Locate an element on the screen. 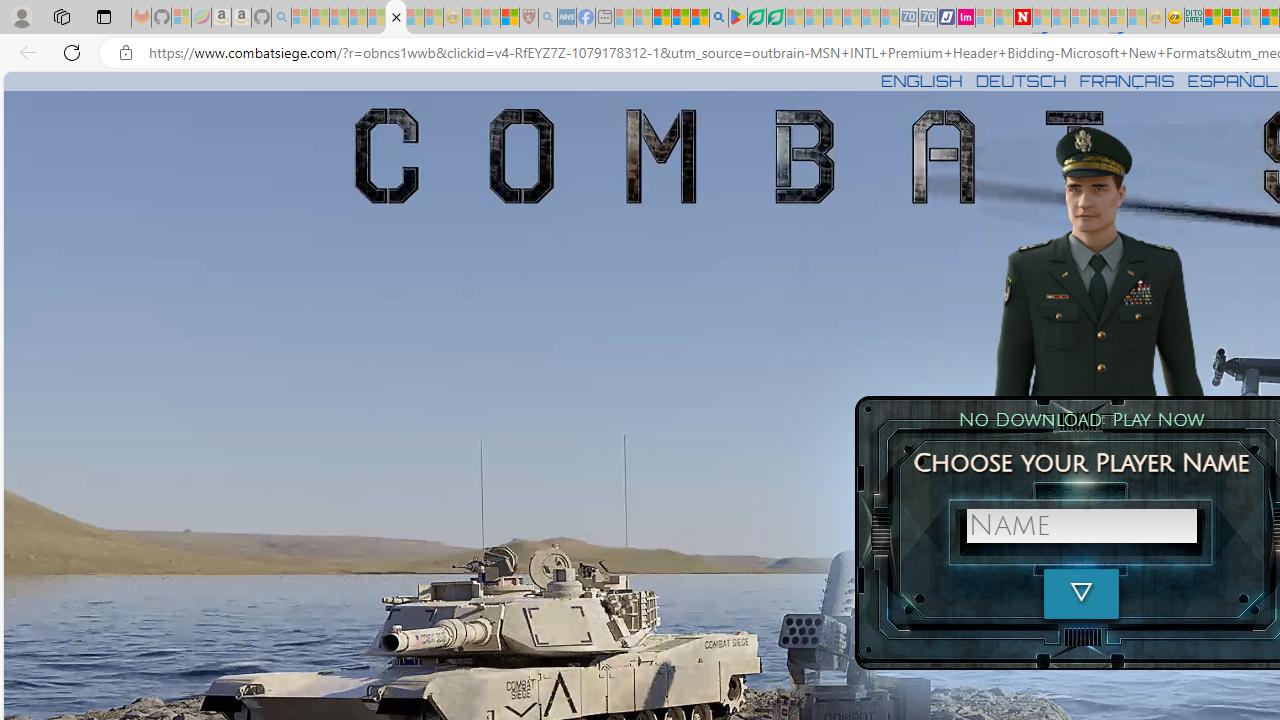 The height and width of the screenshot is (720, 1280). 'Terms of Use Agreement' is located at coordinates (755, 17).